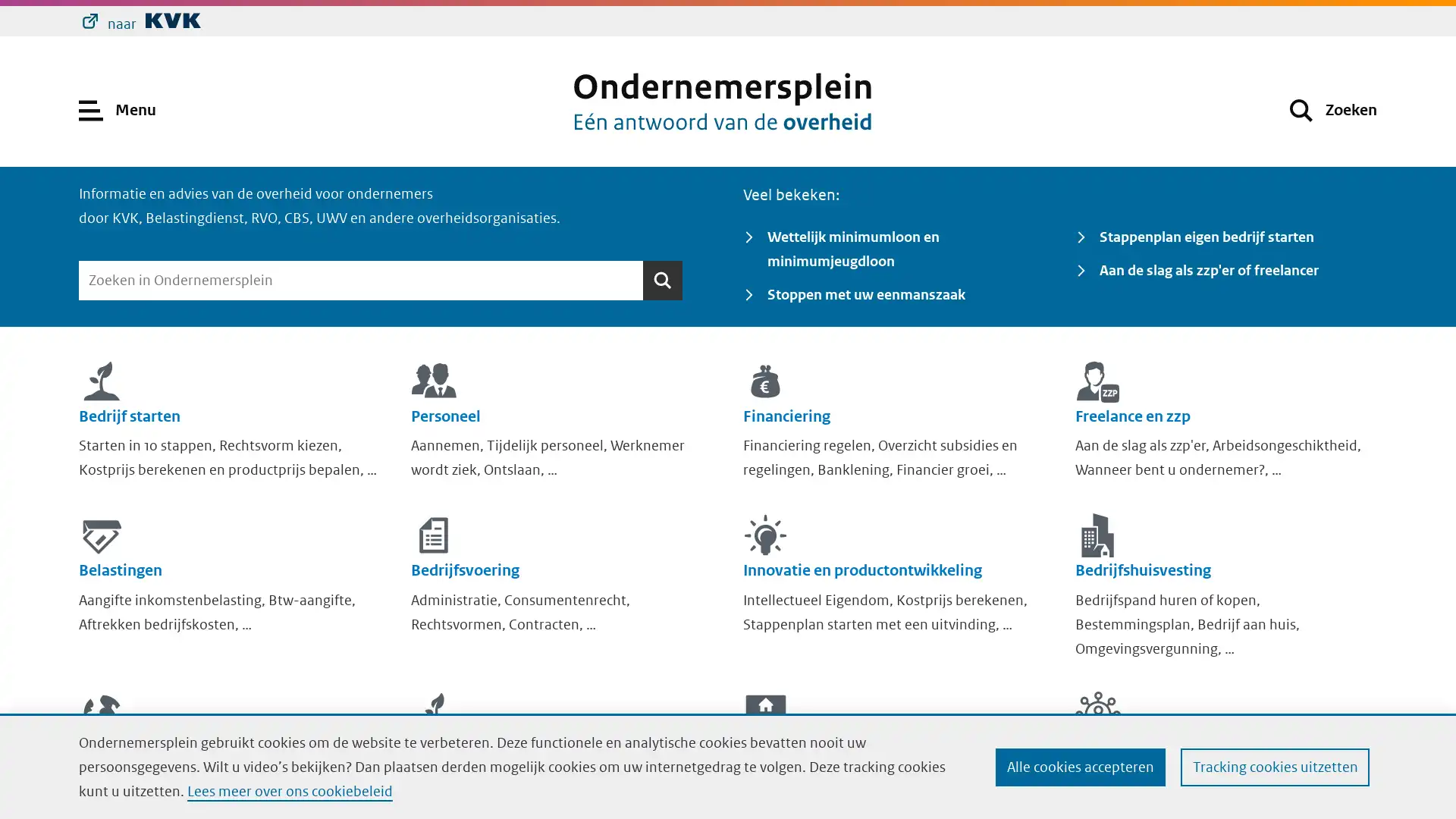 This screenshot has width=1456, height=819. I want to click on Zoeken Zoeken, so click(662, 281).